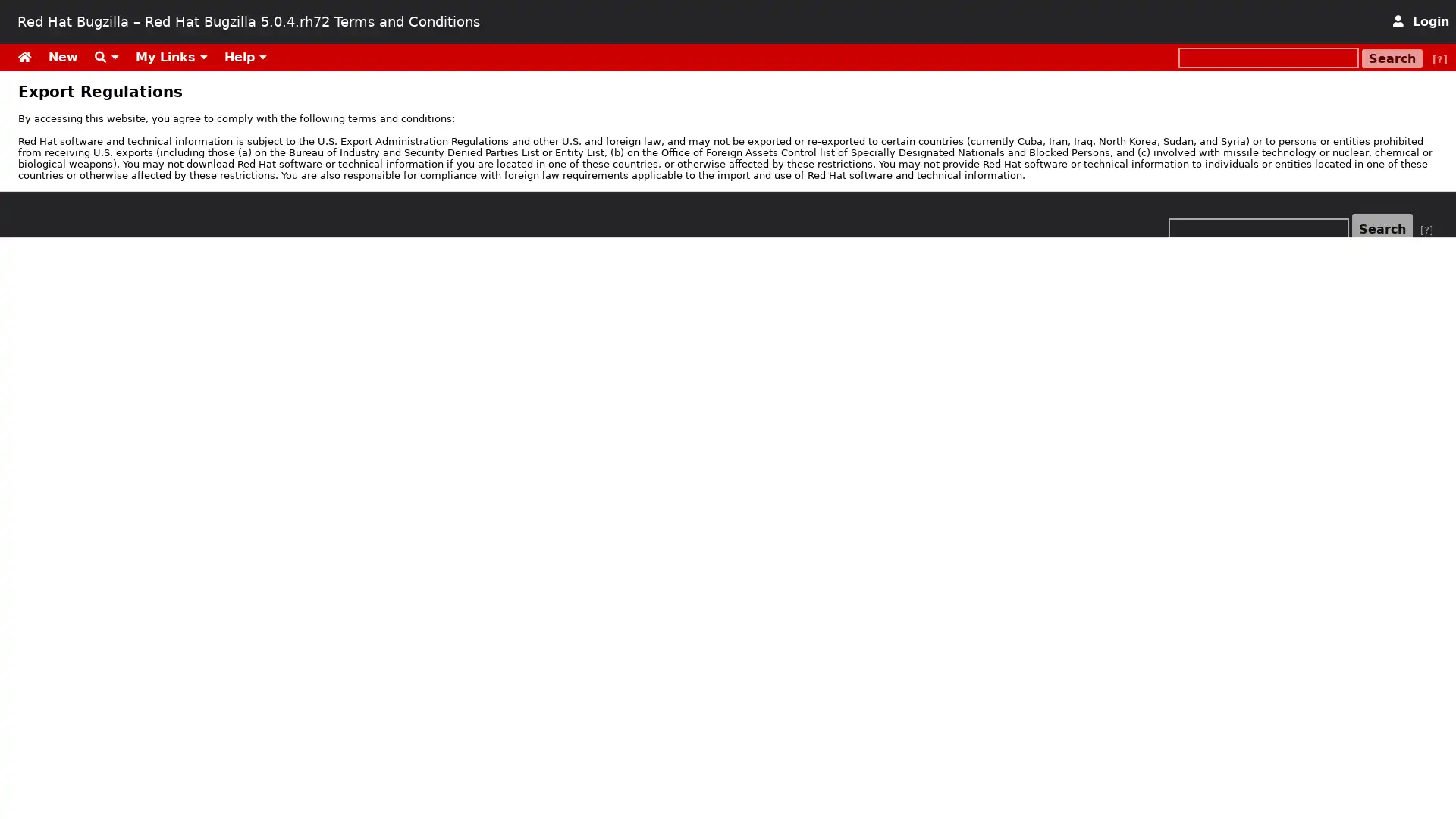 The height and width of the screenshot is (819, 1456). Describe the element at coordinates (1392, 58) in the screenshot. I see `Search` at that location.